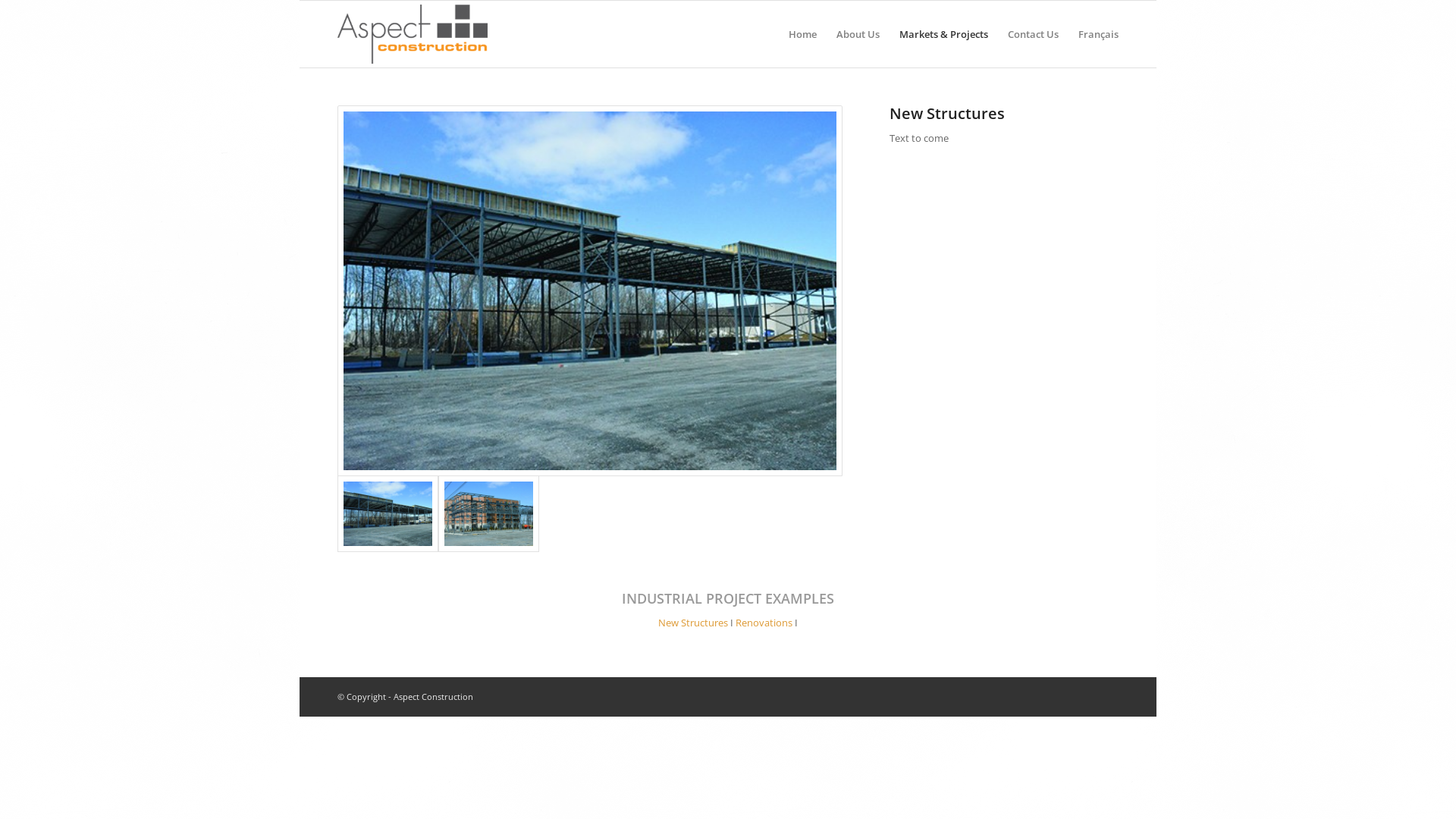 The height and width of the screenshot is (819, 1456). I want to click on 'Markets & Projects', so click(943, 34).